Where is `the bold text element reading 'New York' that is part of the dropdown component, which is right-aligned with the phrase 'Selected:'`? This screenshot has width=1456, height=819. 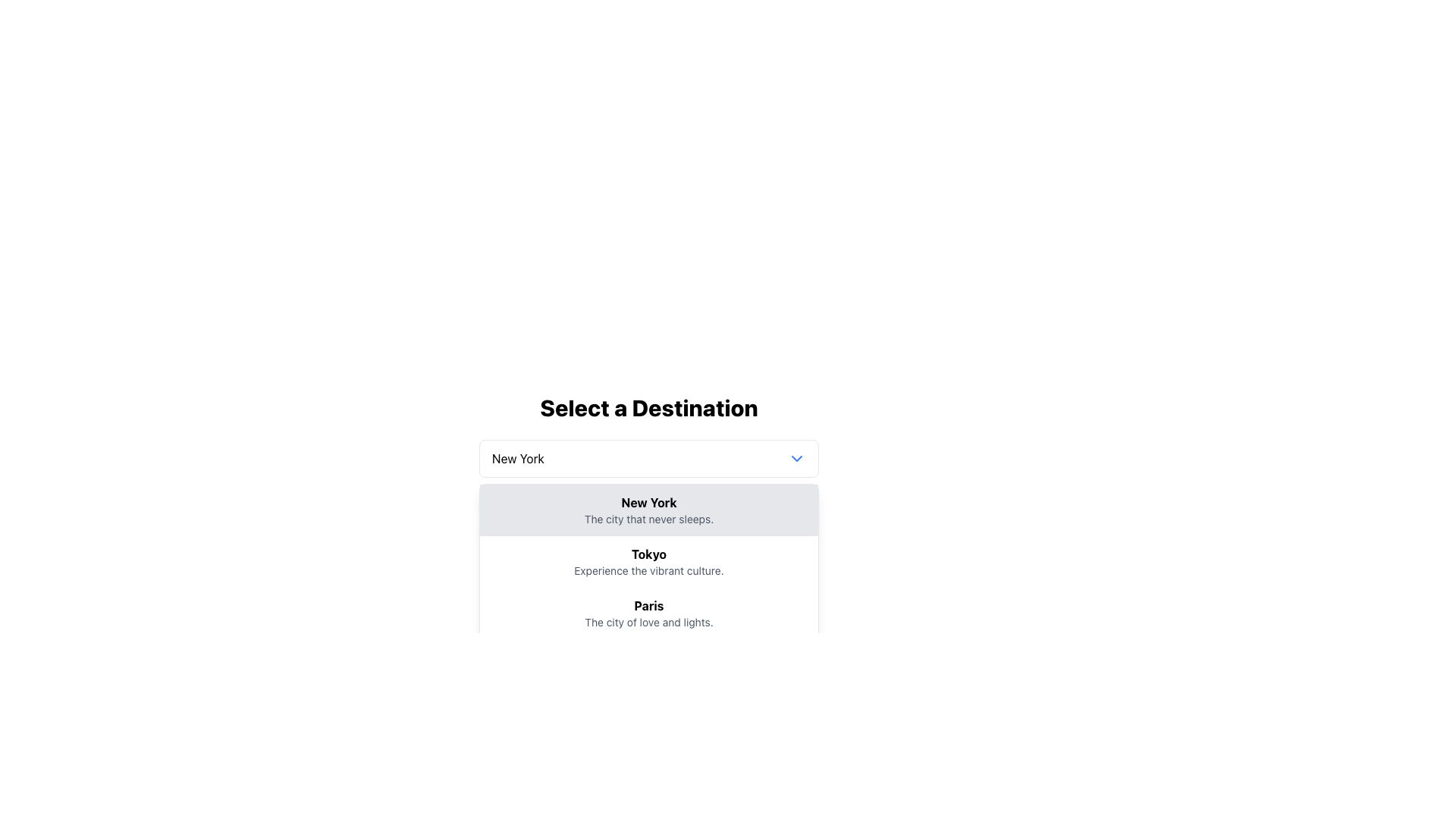
the bold text element reading 'New York' that is part of the dropdown component, which is right-aligned with the phrase 'Selected:' is located at coordinates (676, 516).